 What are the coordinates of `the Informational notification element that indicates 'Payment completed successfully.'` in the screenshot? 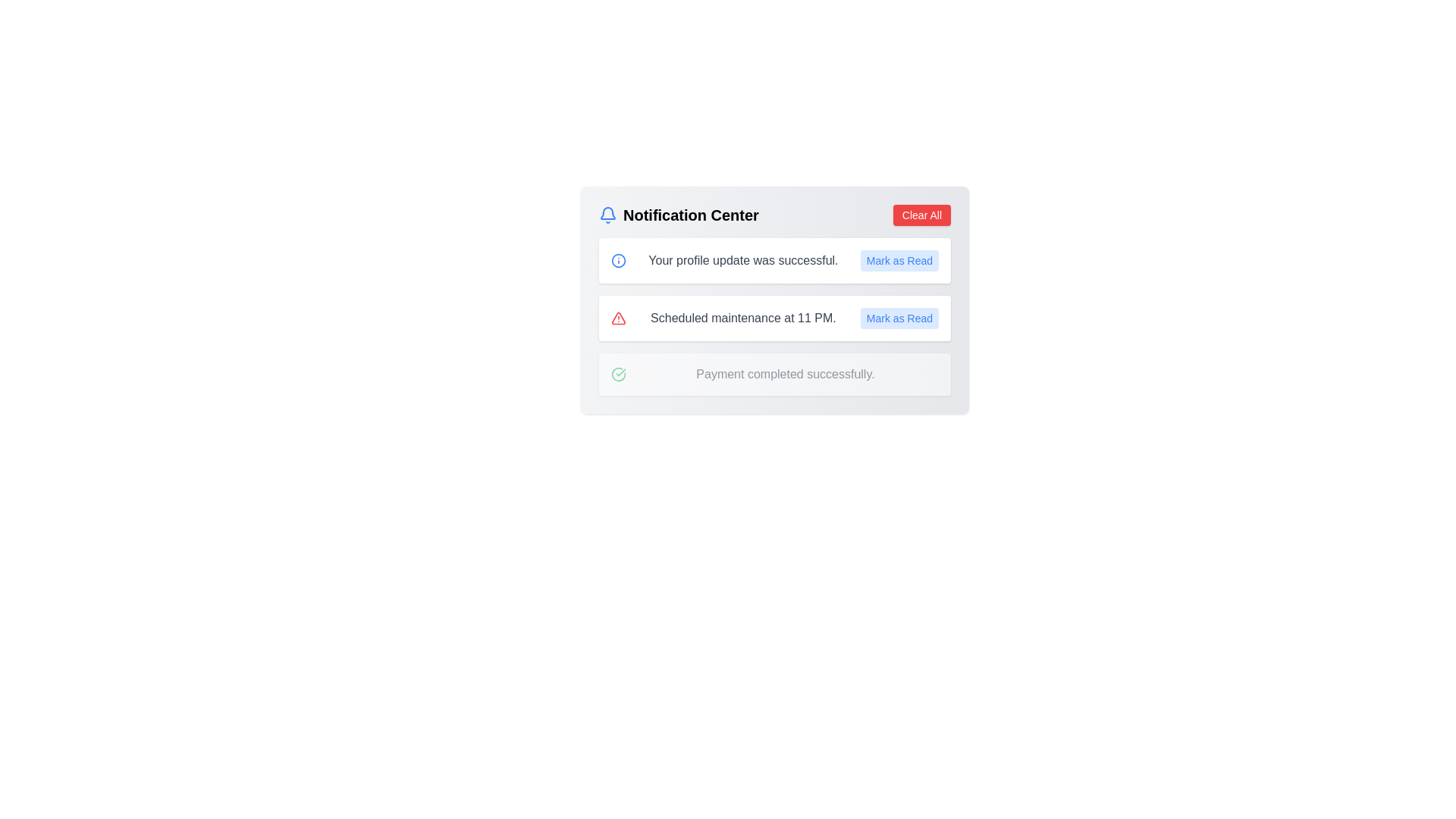 It's located at (775, 374).